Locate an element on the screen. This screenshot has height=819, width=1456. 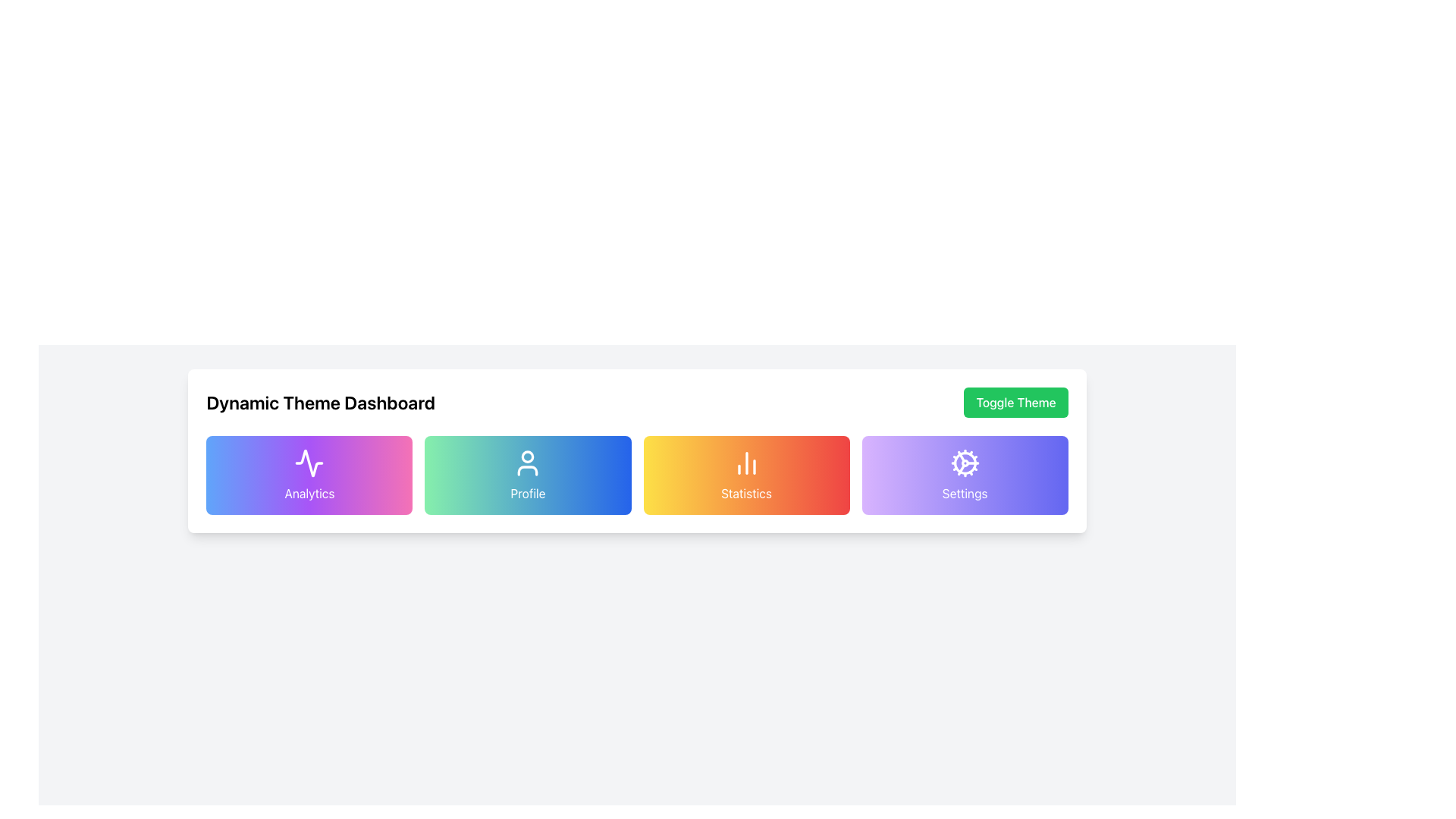
the user icon, which is a white outline of a person within a rounded frame, located at the upper region of the 'Profile' card, centered horizontally above the text 'Profile' is located at coordinates (528, 462).